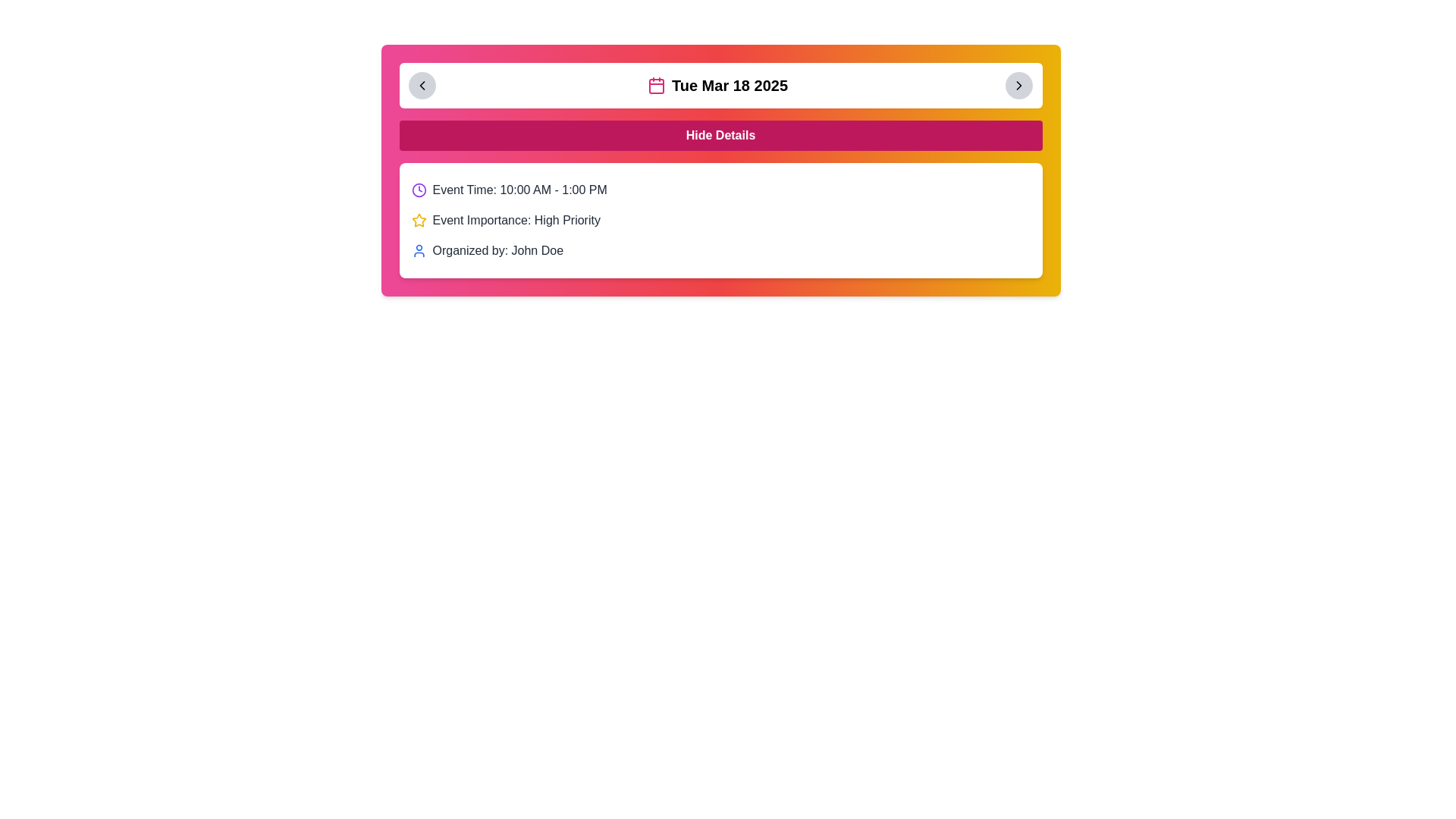 The width and height of the screenshot is (1456, 819). Describe the element at coordinates (419, 250) in the screenshot. I see `the user's avatar icon with a blue outline, which is the leftmost component in the 'Organized by: John Doe' section` at that location.